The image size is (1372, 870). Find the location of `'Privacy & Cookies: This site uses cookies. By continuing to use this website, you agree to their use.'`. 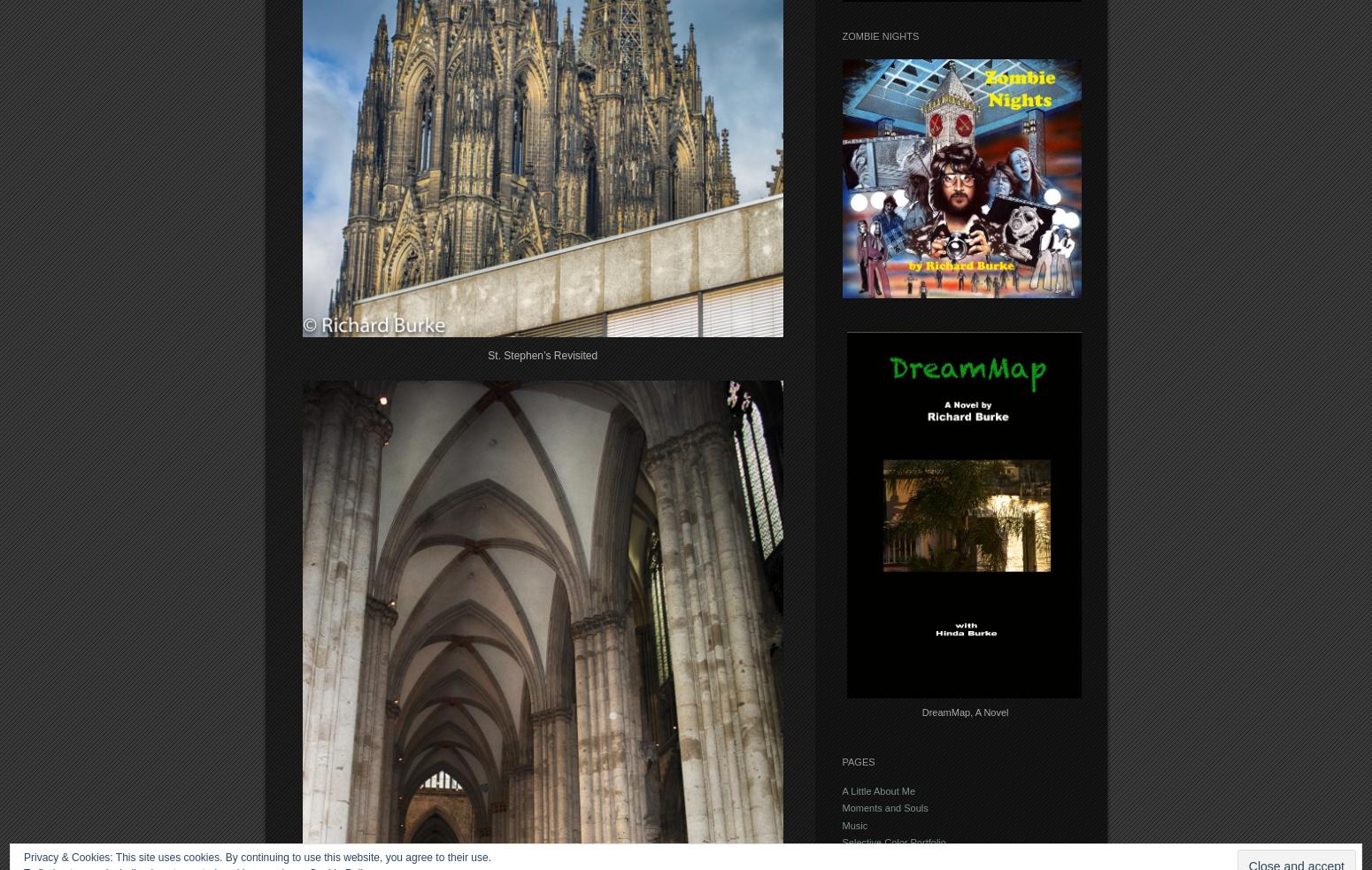

'Privacy & Cookies: This site uses cookies. By continuing to use this website, you agree to their use.' is located at coordinates (257, 858).